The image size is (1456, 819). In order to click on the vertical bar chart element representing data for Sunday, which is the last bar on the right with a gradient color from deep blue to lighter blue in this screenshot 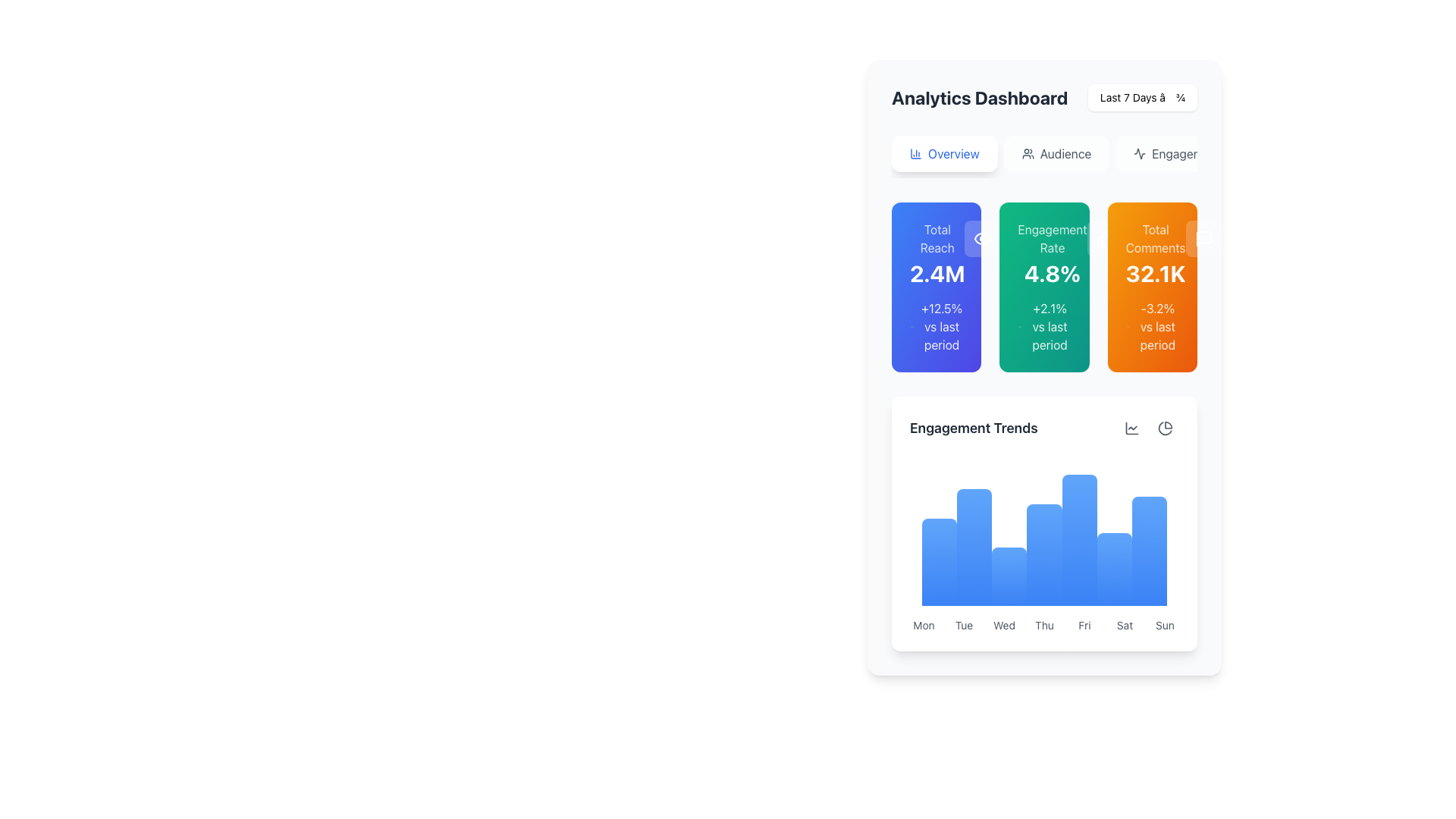, I will do `click(1149, 551)`.